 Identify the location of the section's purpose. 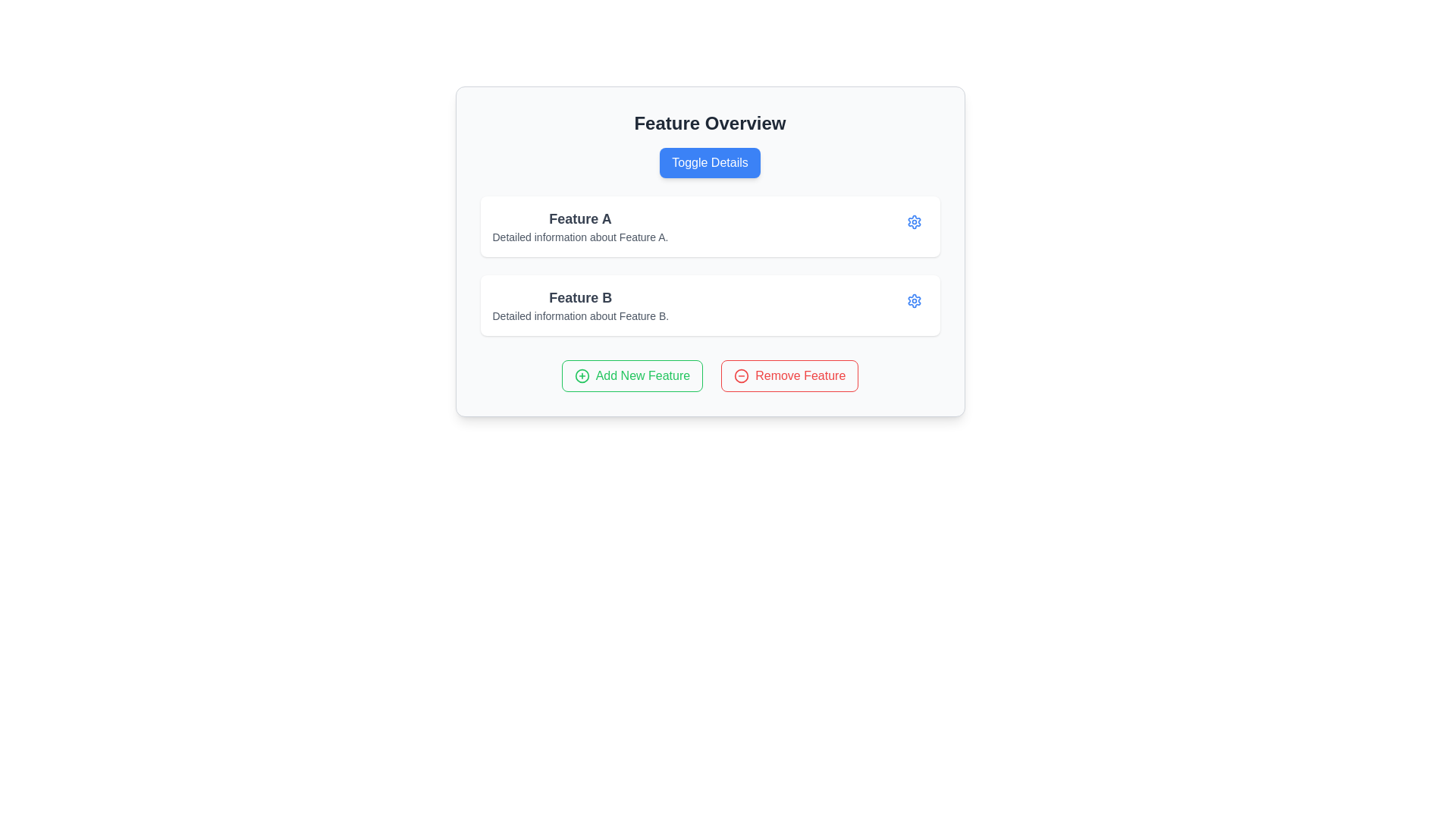
(709, 122).